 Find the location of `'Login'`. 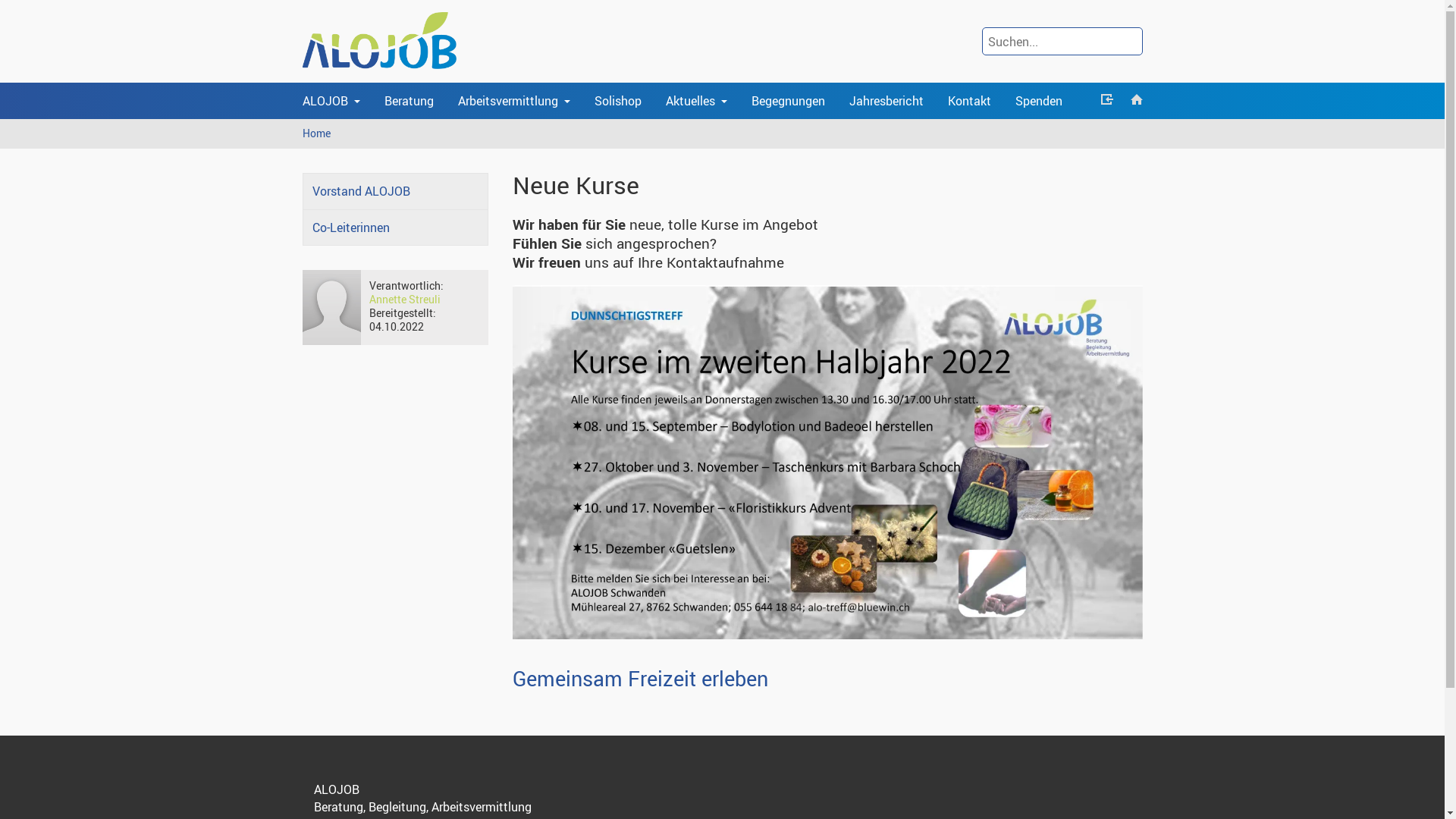

'Login' is located at coordinates (1106, 100).